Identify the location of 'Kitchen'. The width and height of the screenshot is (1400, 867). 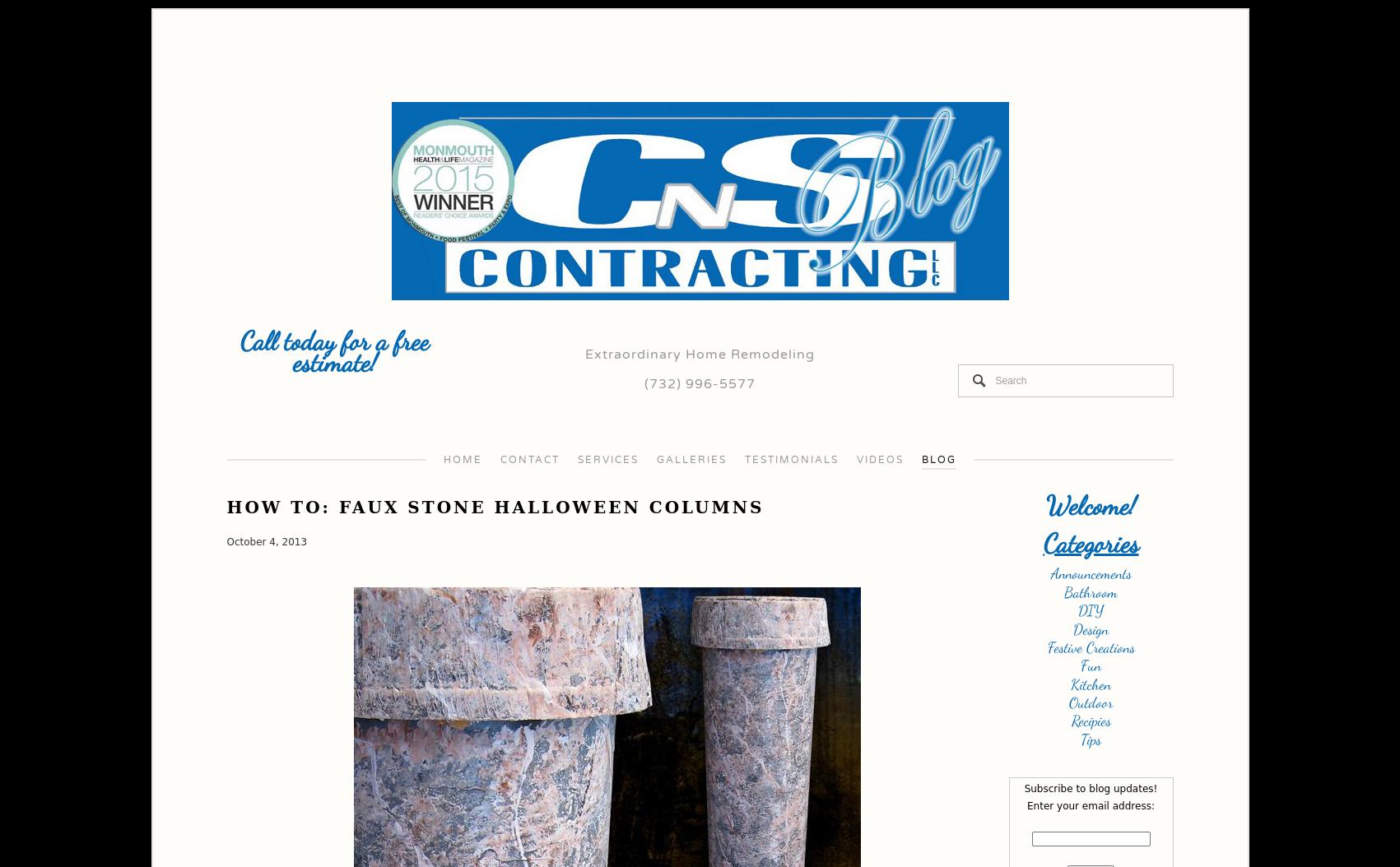
(1070, 682).